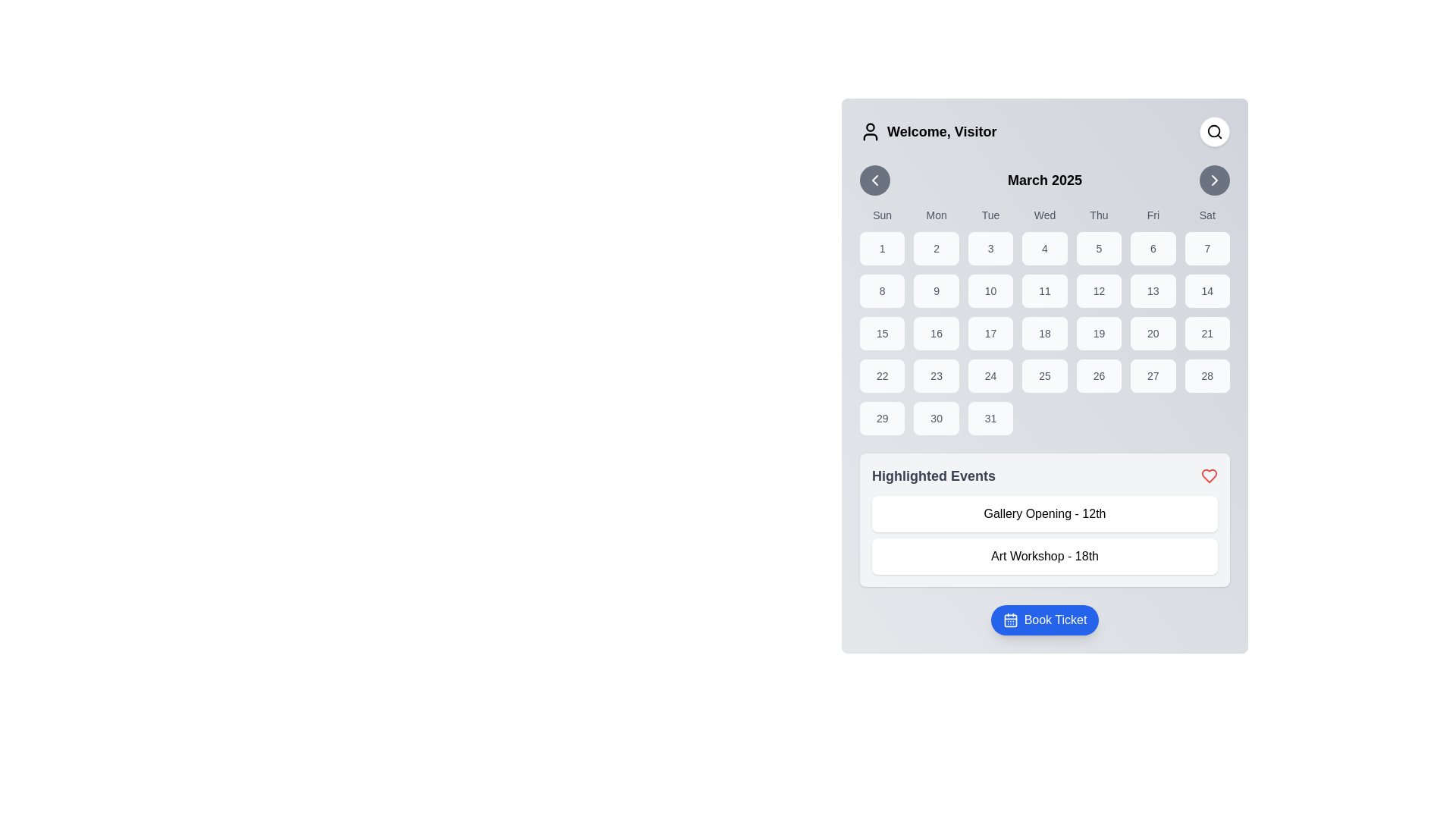 This screenshot has width=1456, height=819. Describe the element at coordinates (936, 291) in the screenshot. I see `the square button with rounded corners, light gray color, and the number '9' in black font, located in the calendar grid under the 'Mon' column, second row and second column` at that location.